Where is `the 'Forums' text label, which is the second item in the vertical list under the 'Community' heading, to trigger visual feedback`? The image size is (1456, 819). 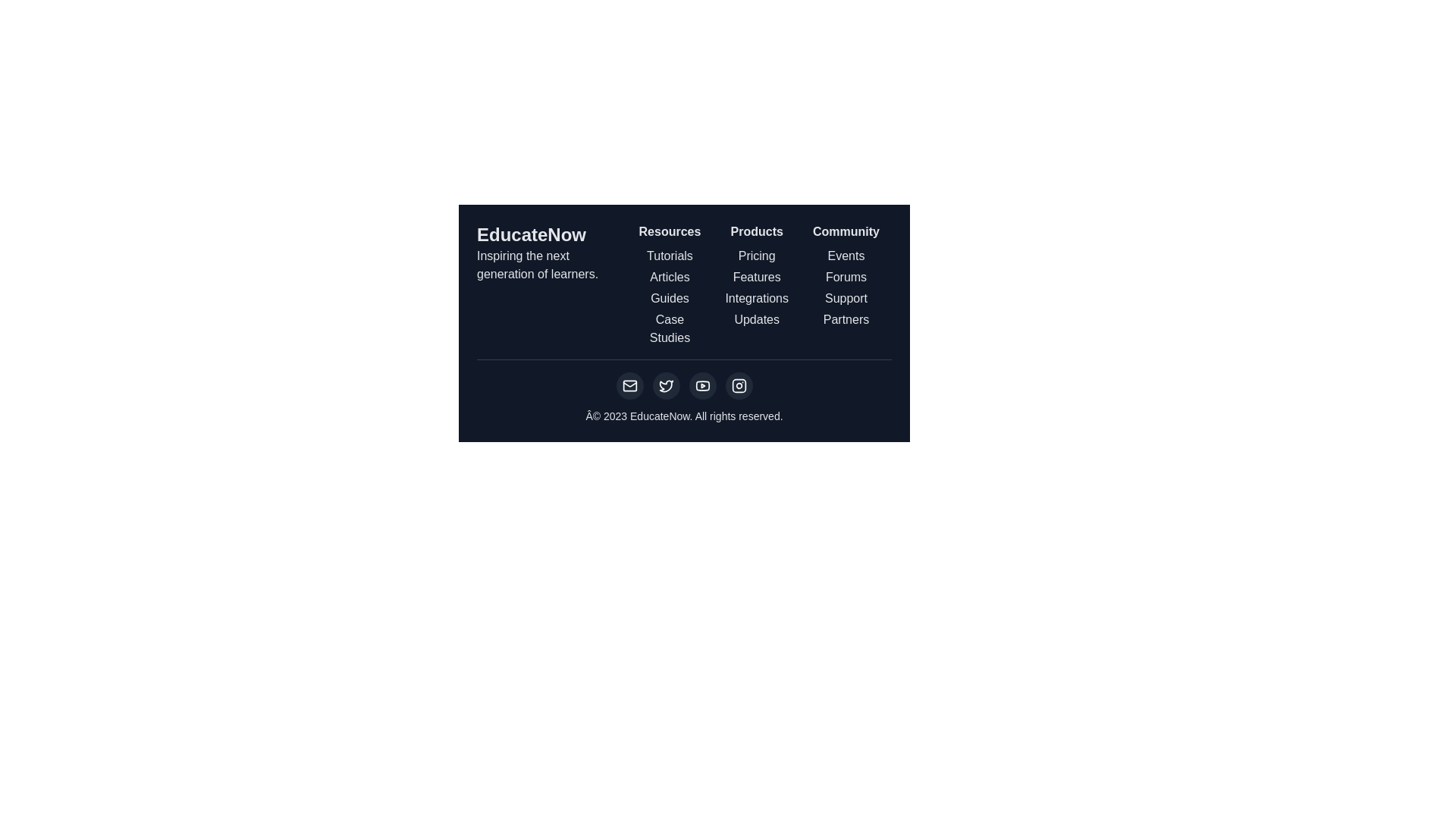 the 'Forums' text label, which is the second item in the vertical list under the 'Community' heading, to trigger visual feedback is located at coordinates (846, 278).